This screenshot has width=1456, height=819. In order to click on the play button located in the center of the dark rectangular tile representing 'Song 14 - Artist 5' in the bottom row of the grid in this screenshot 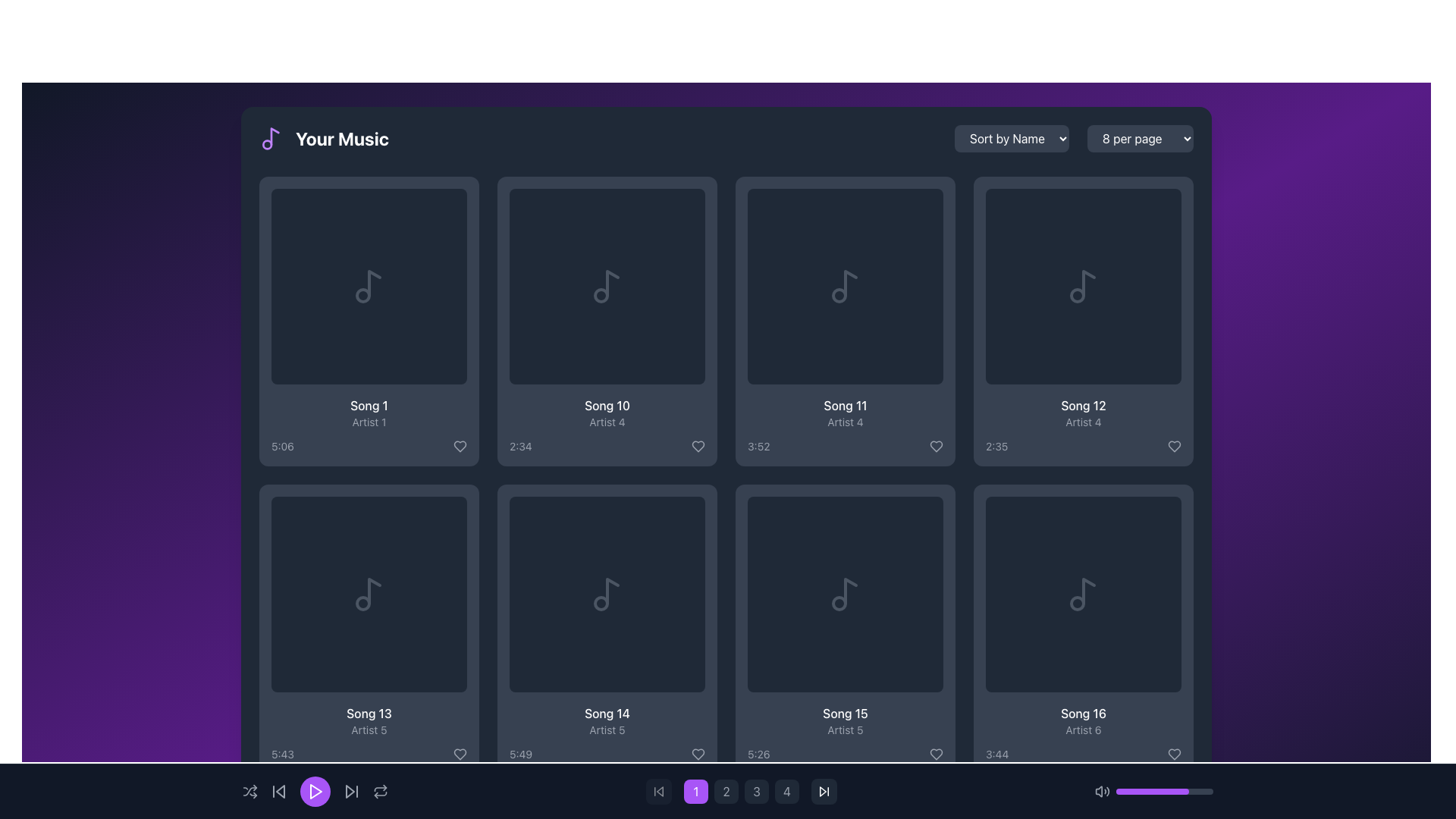, I will do `click(607, 593)`.